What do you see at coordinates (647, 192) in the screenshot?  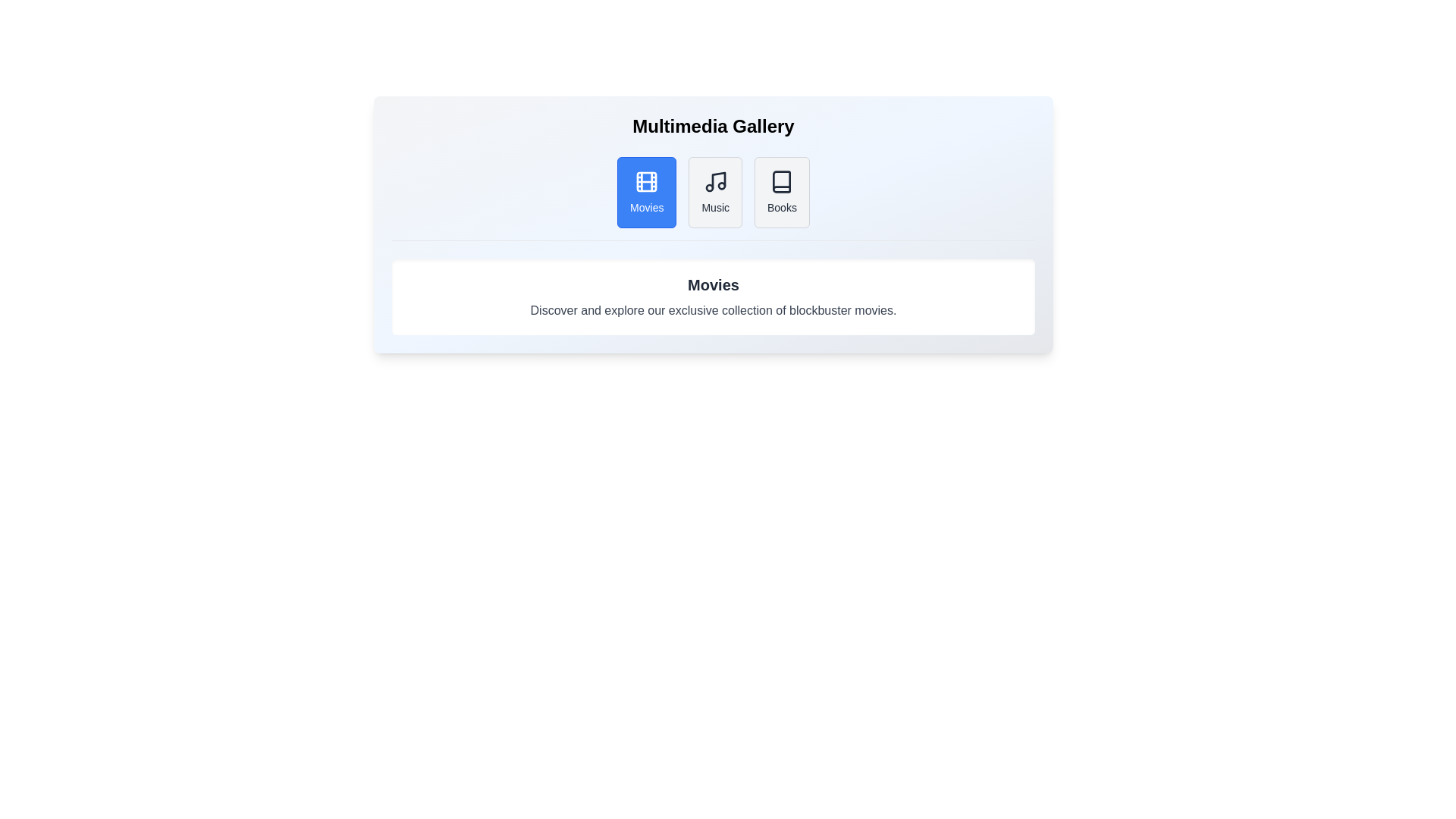 I see `the button labeled Movies` at bounding box center [647, 192].